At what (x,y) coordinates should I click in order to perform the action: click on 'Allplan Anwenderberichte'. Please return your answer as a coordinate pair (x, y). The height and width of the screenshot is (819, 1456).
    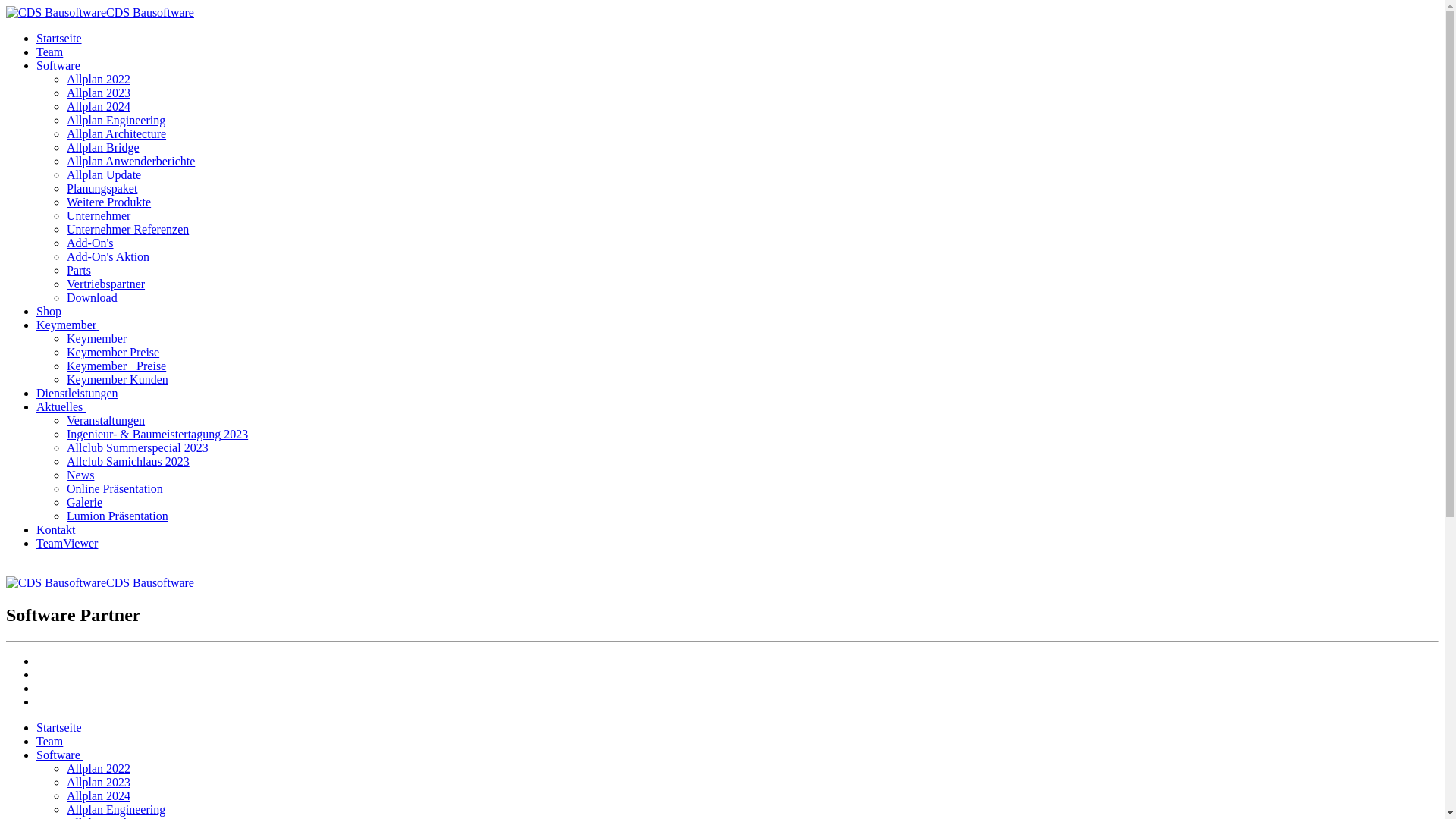
    Looking at the image, I should click on (130, 161).